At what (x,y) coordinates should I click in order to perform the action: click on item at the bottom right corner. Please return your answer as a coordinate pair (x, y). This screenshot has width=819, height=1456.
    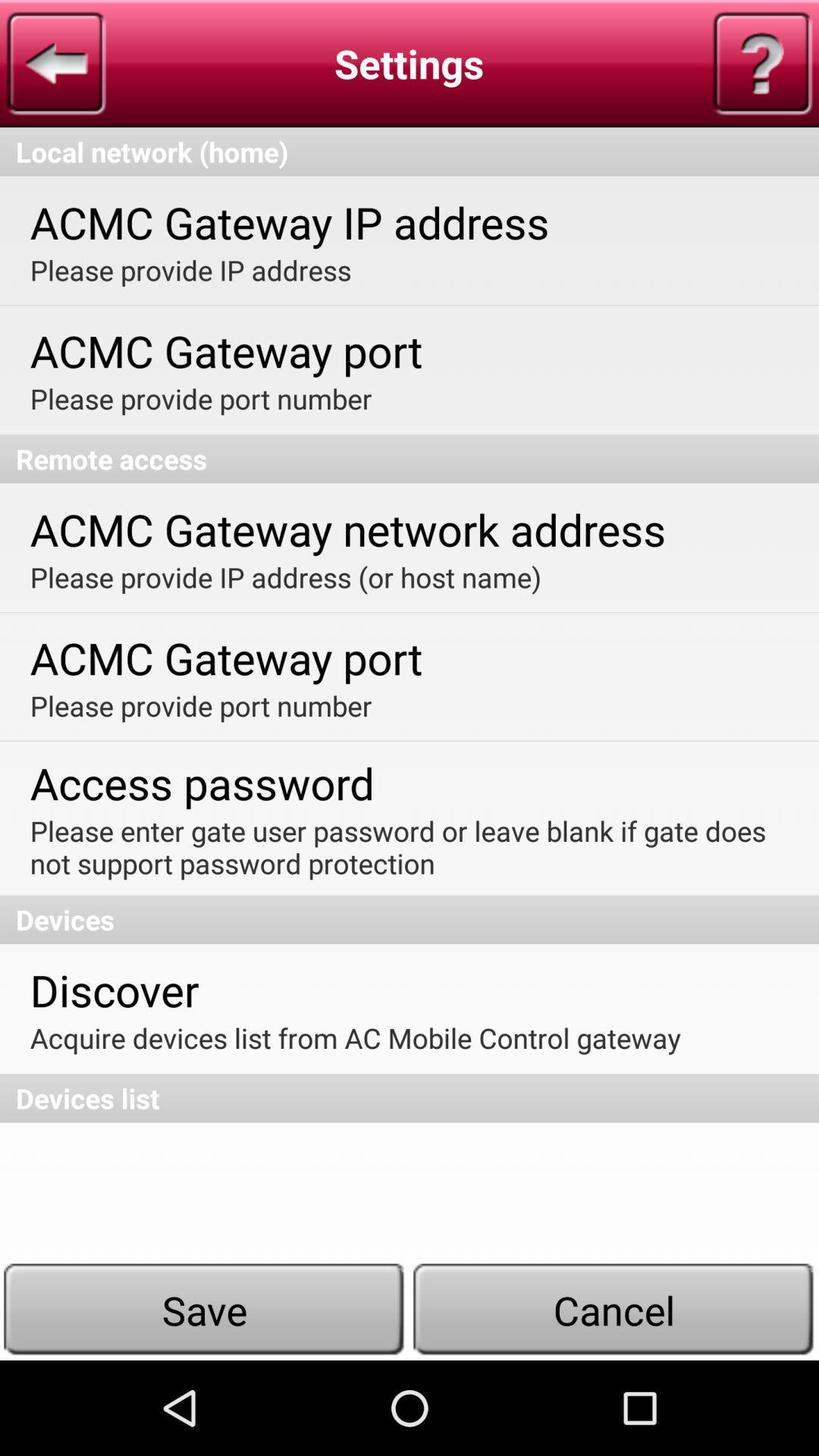
    Looking at the image, I should click on (614, 1309).